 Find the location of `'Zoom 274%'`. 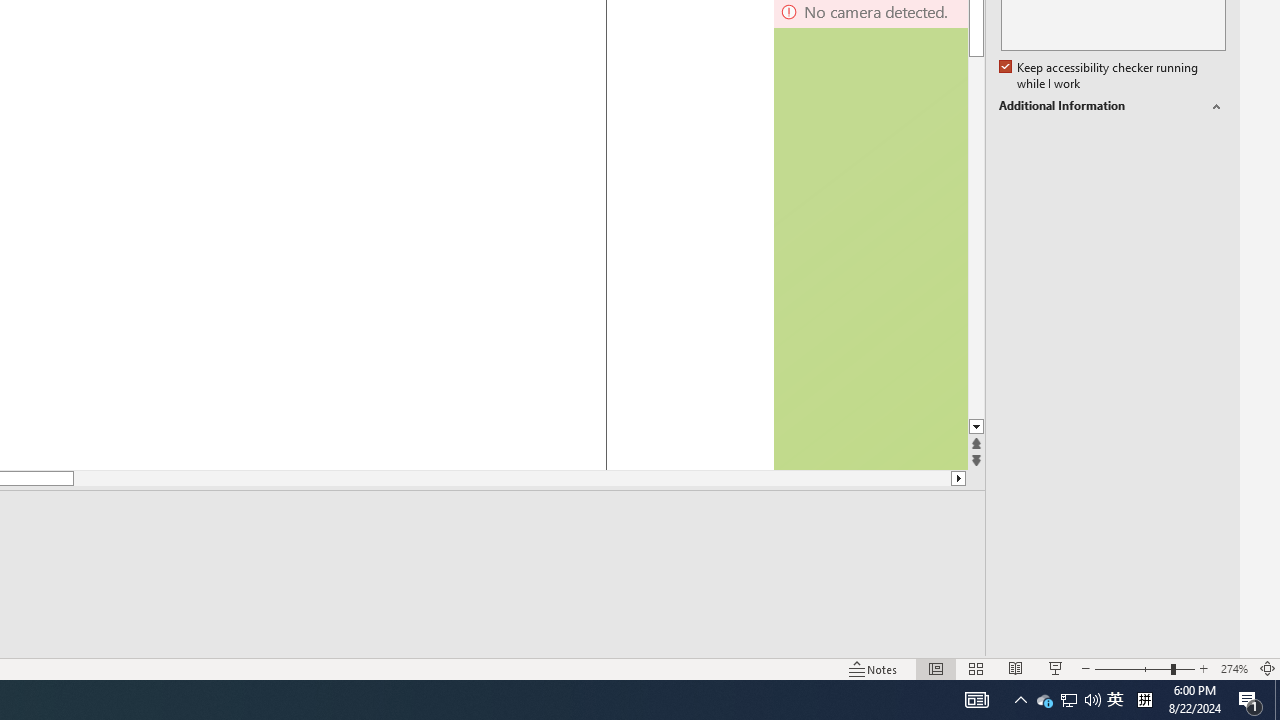

'Zoom 274%' is located at coordinates (1233, 669).